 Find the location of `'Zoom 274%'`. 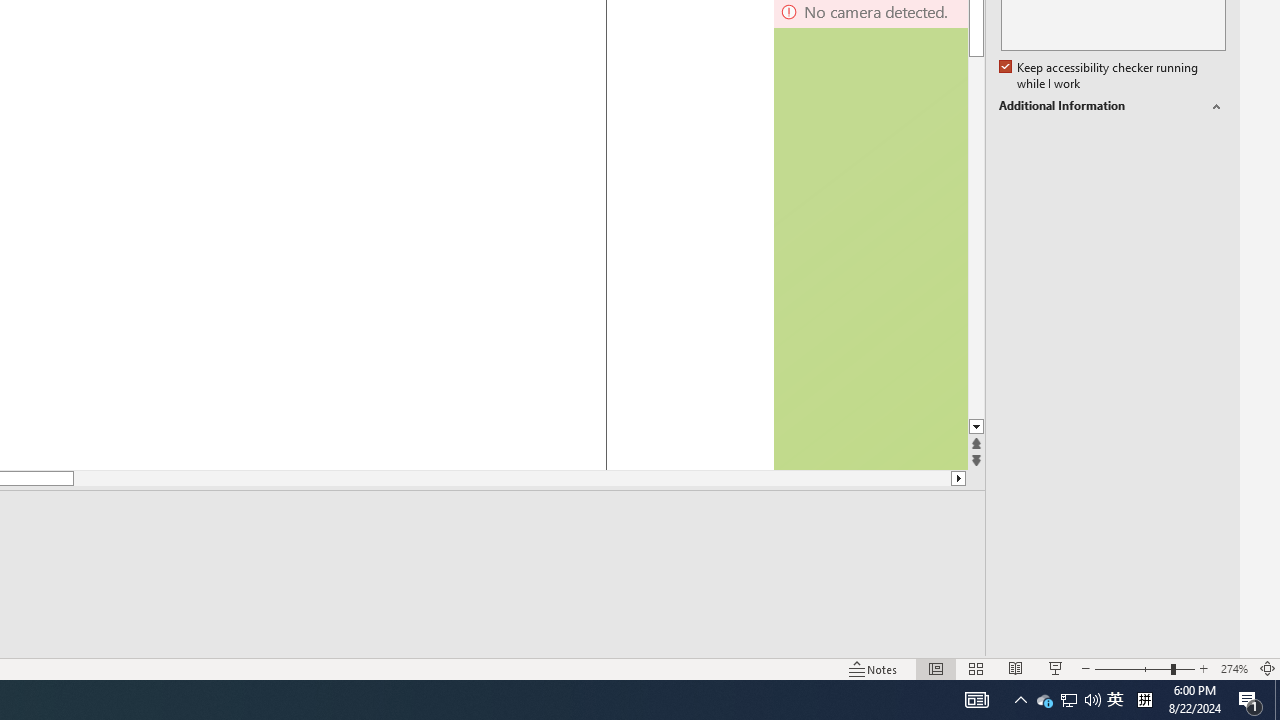

'Zoom 274%' is located at coordinates (1233, 669).